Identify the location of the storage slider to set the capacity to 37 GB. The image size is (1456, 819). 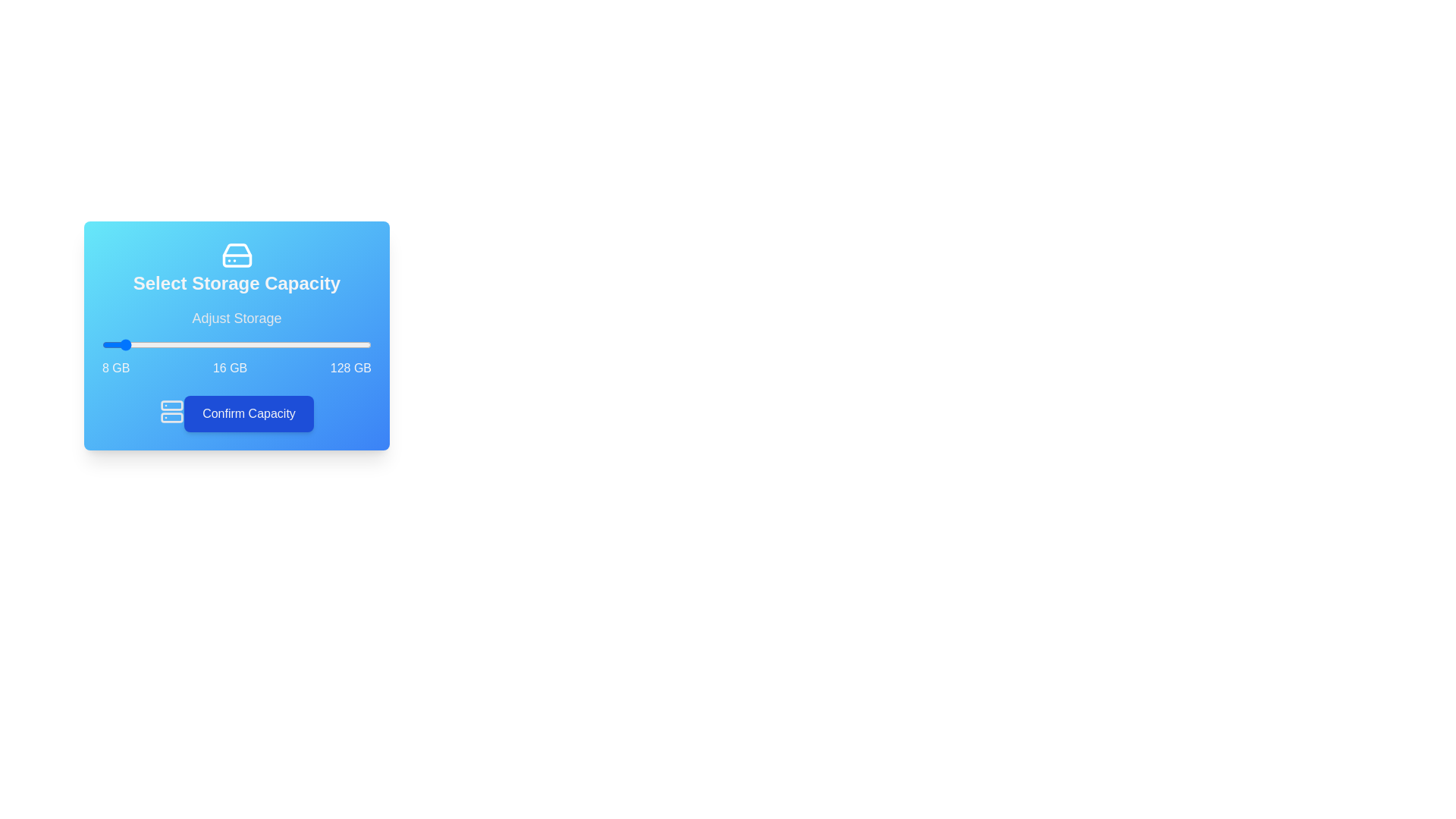
(167, 345).